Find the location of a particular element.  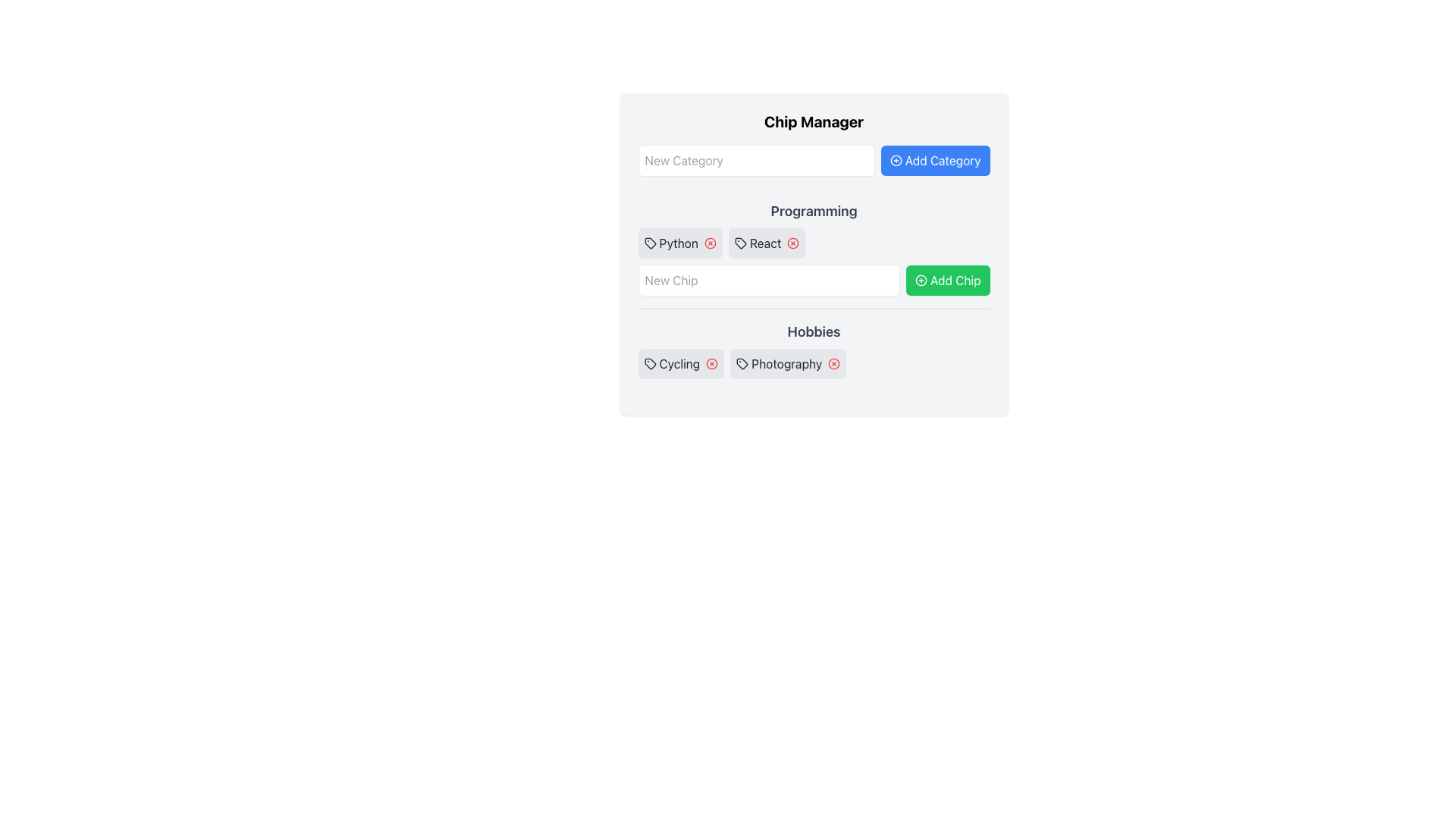

label 'Chip Manager' displayed in bold, large font at the top of the card-like section is located at coordinates (813, 121).